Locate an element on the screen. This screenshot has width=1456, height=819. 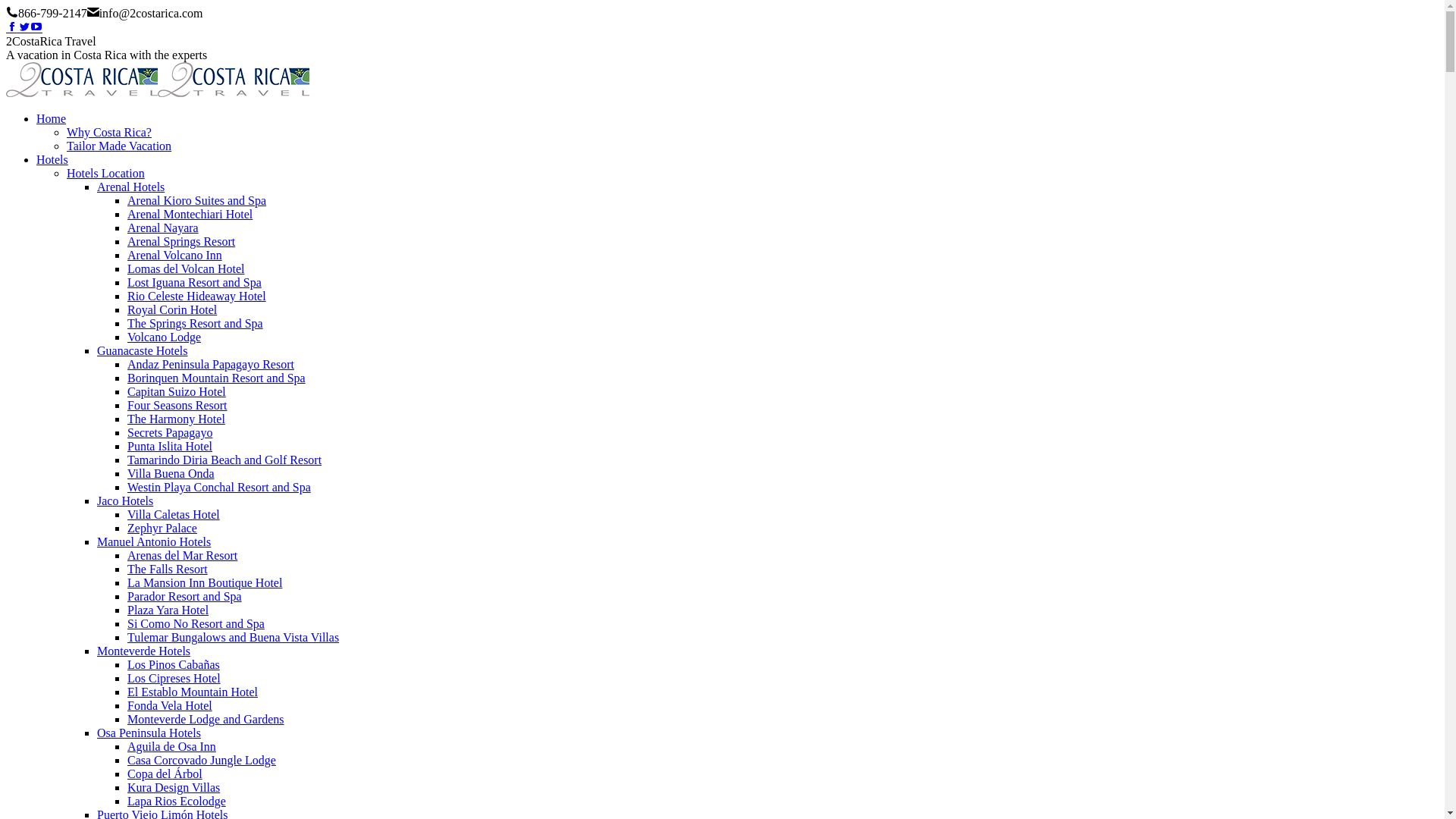
'Kura Design Villas' is located at coordinates (174, 786).